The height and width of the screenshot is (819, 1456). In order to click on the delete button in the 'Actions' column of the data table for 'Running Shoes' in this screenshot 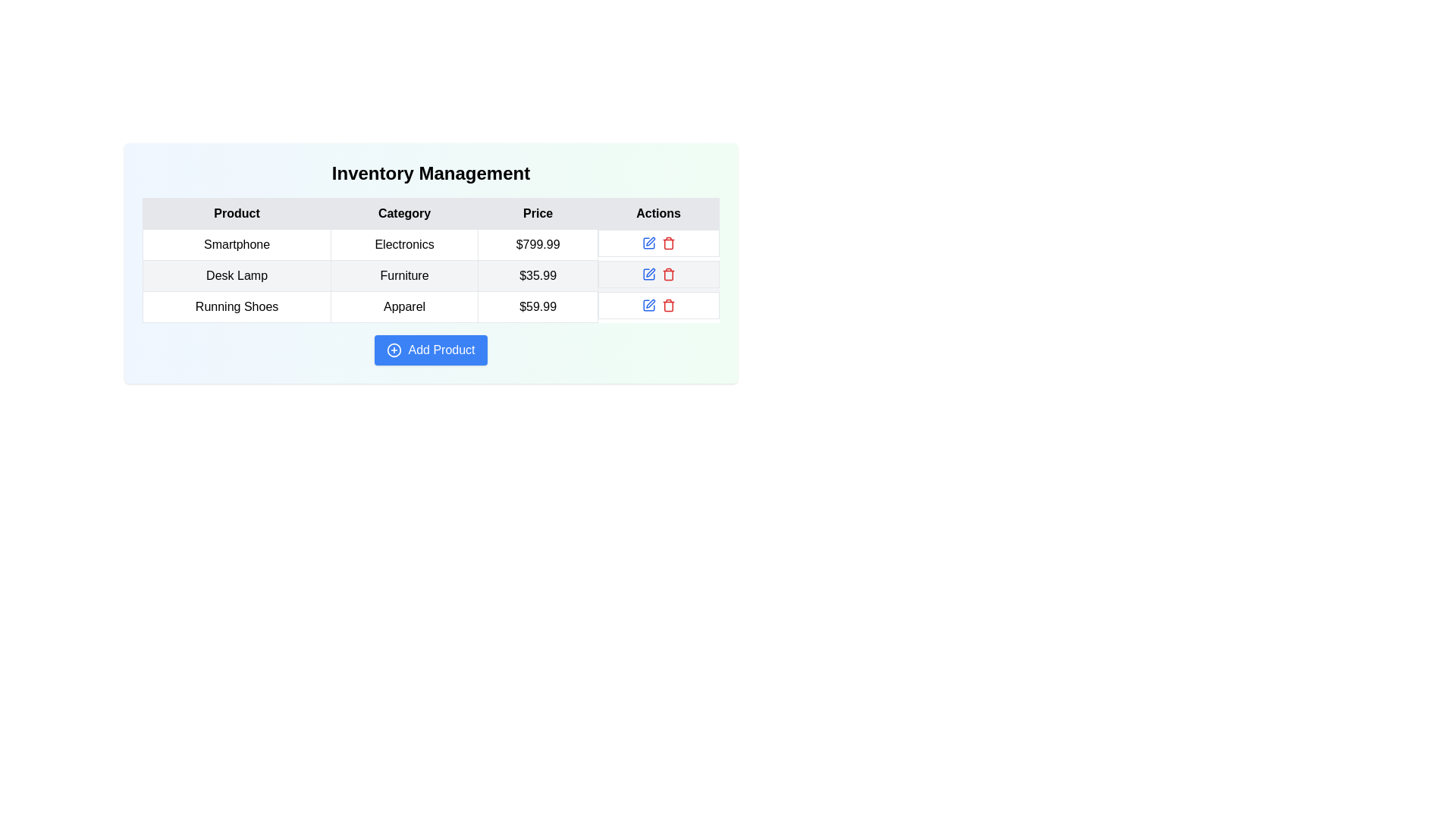, I will do `click(667, 305)`.